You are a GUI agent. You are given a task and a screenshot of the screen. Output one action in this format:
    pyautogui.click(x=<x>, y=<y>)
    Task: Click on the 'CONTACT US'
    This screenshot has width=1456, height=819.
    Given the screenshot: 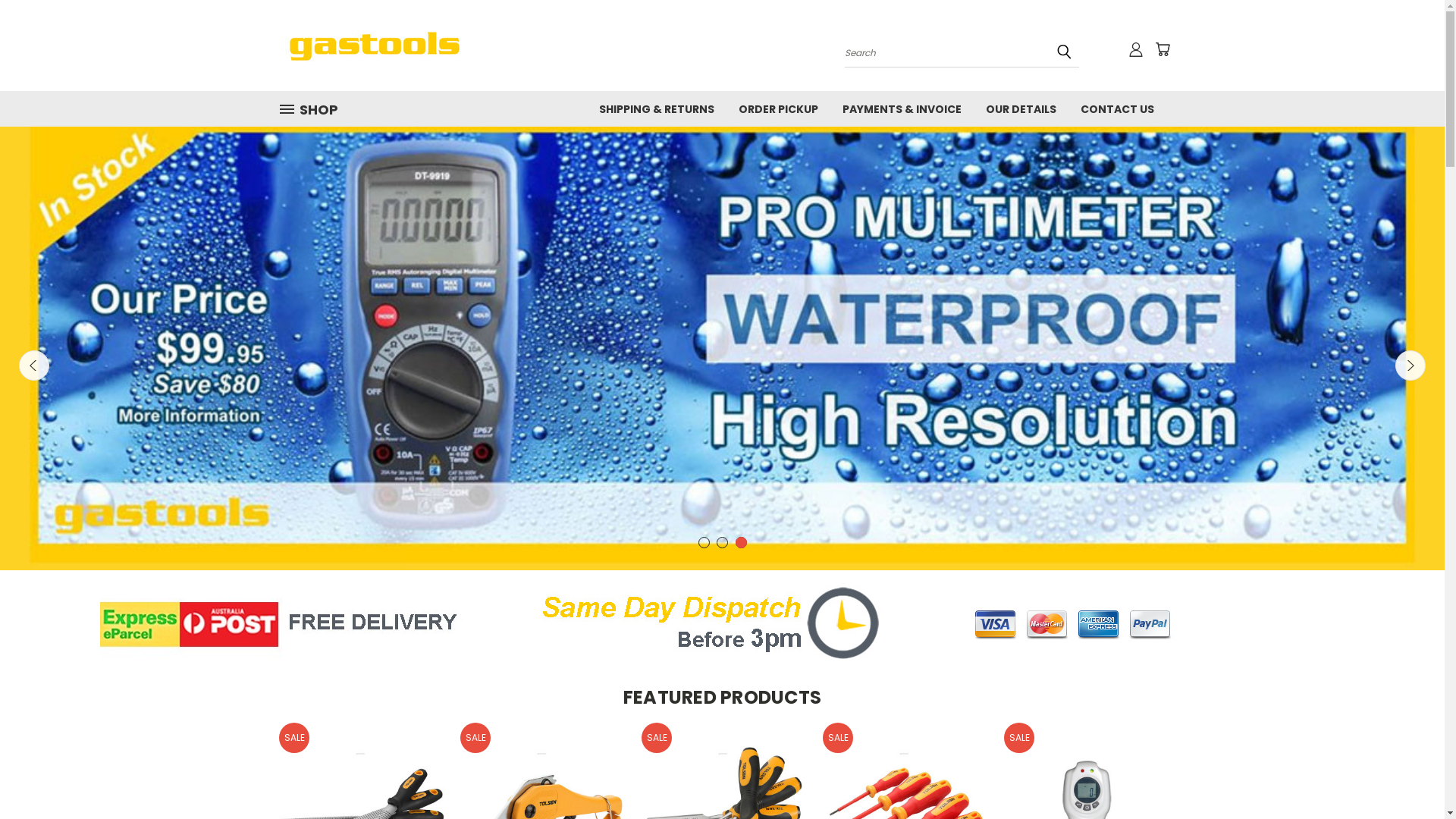 What is the action you would take?
    pyautogui.click(x=1116, y=107)
    